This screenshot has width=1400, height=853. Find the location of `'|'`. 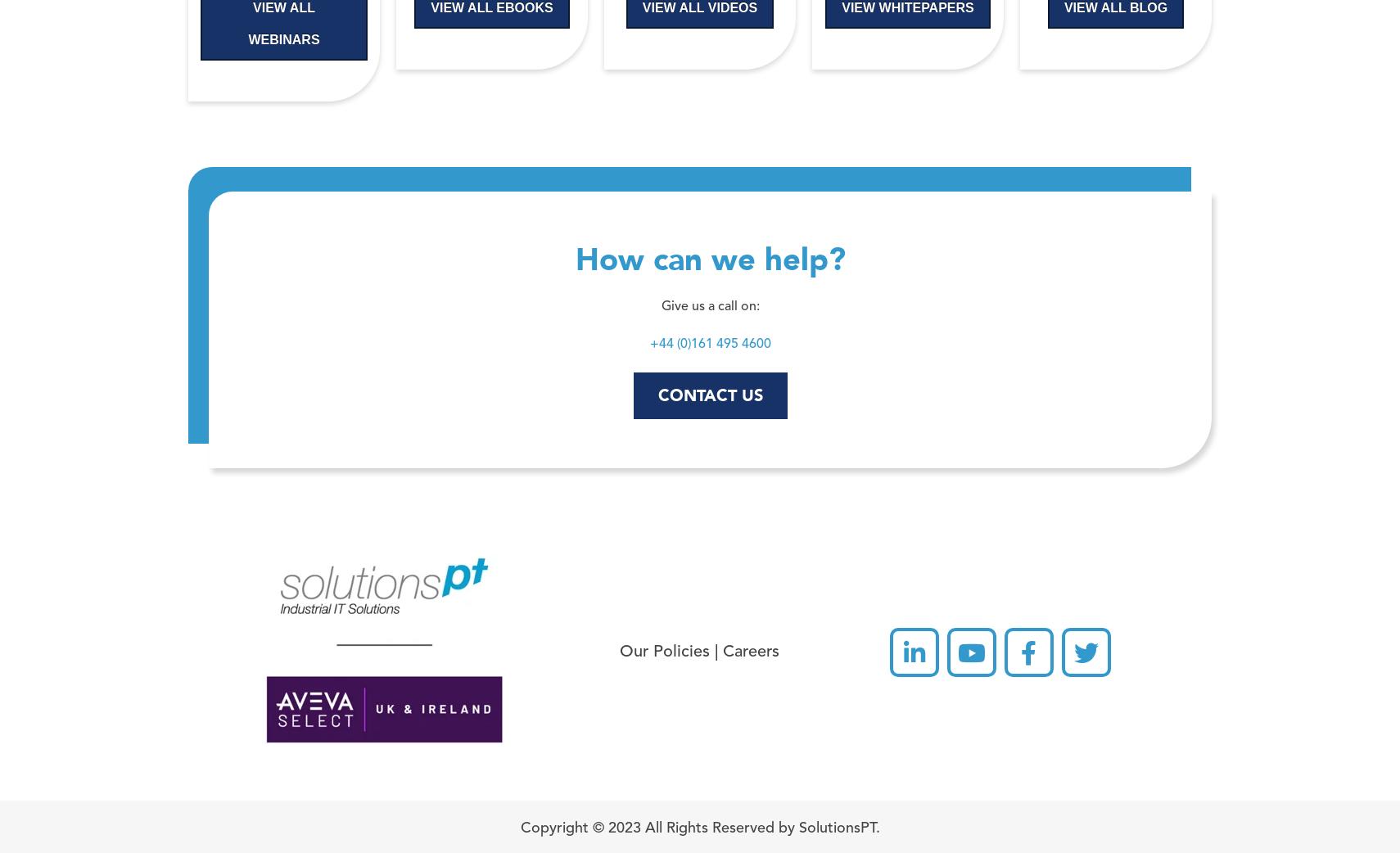

'|' is located at coordinates (716, 652).